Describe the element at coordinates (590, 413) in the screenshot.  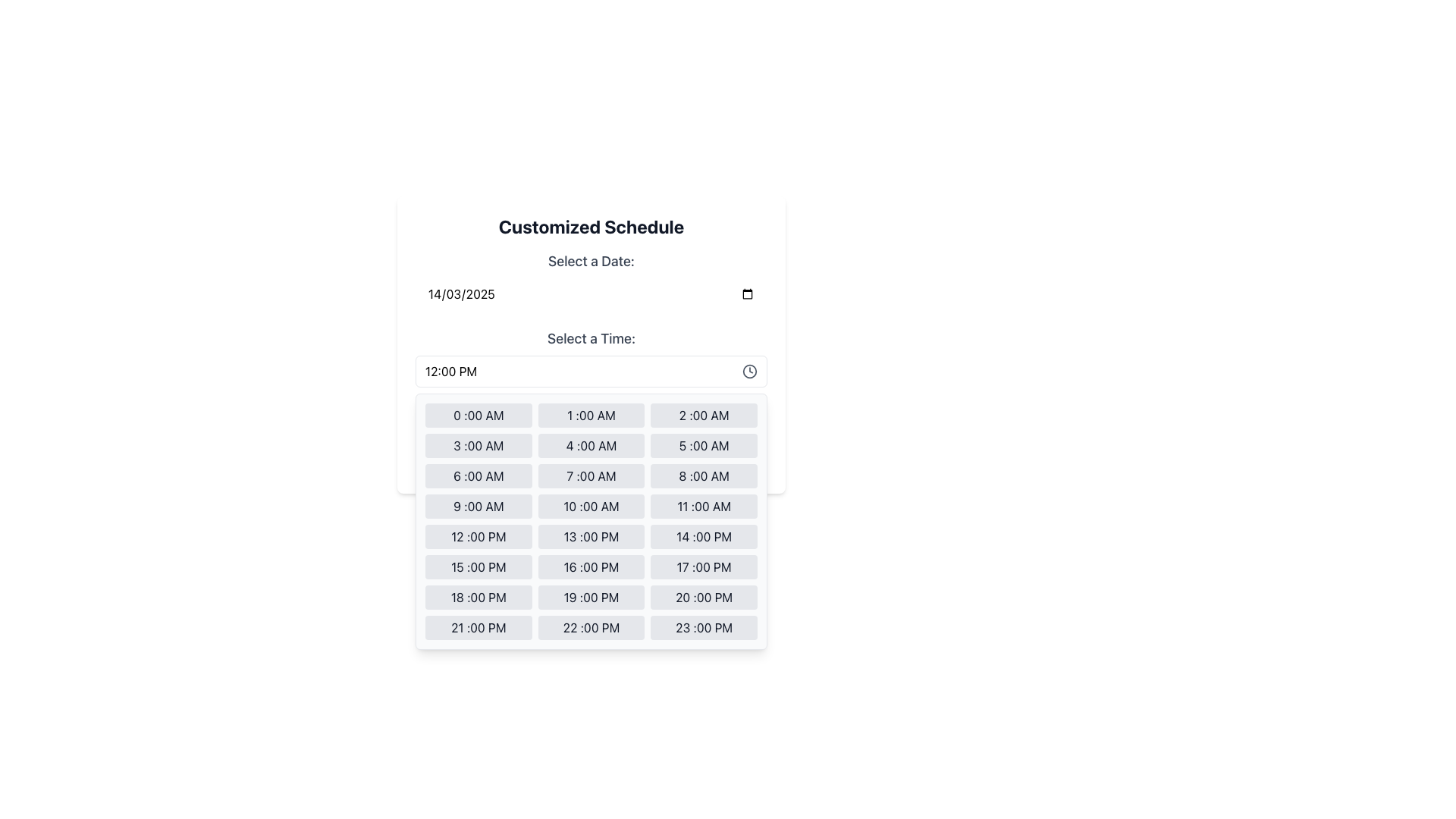
I see `the centered gray text label that says 'Confirm your schedule to proceed.', which is located below the time options and above the confirmation button in the 'Customized Schedule' card interface` at that location.